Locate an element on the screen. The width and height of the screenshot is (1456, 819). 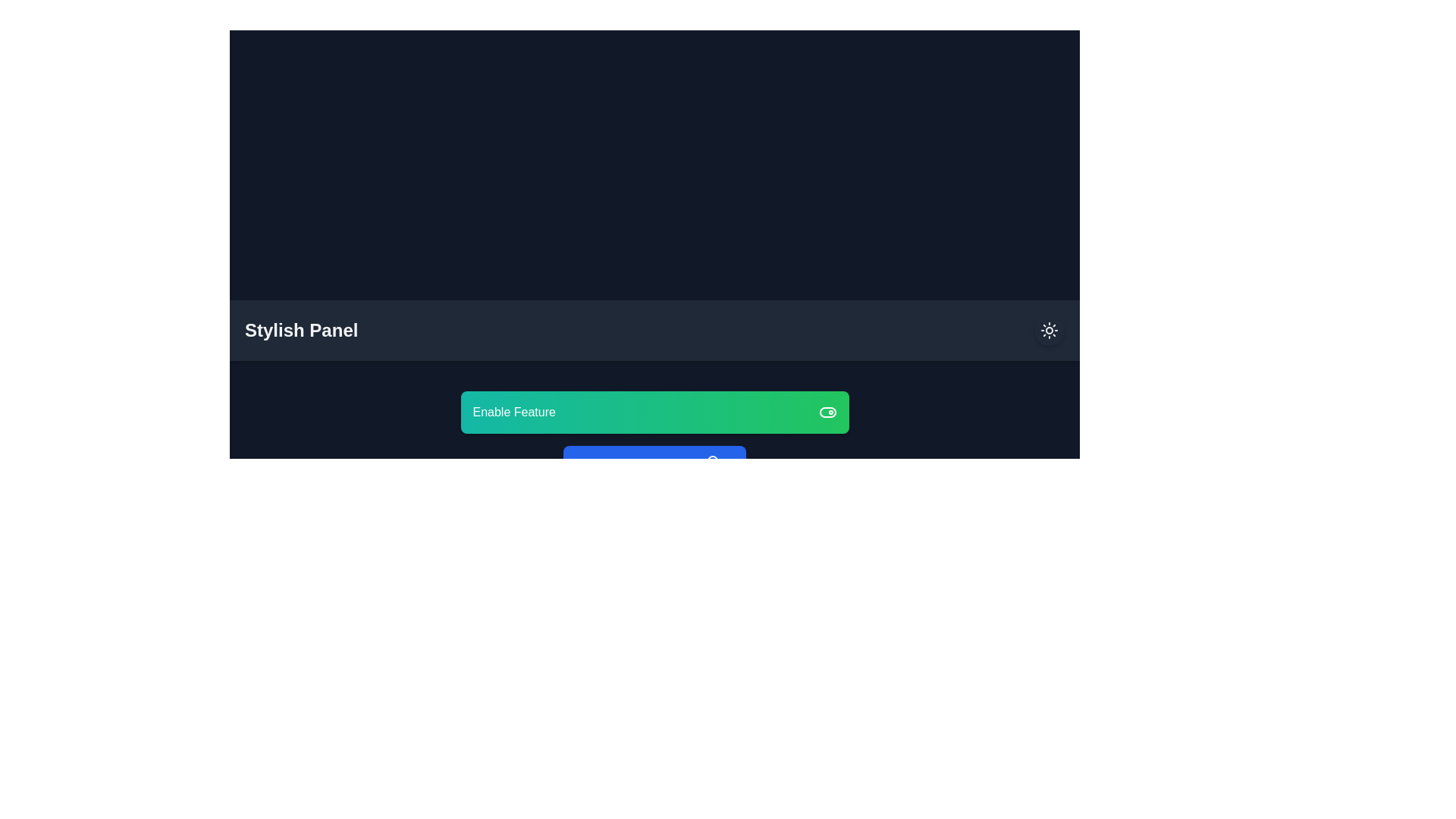
the button located directly below the 'Enable Feature' green button is located at coordinates (654, 463).